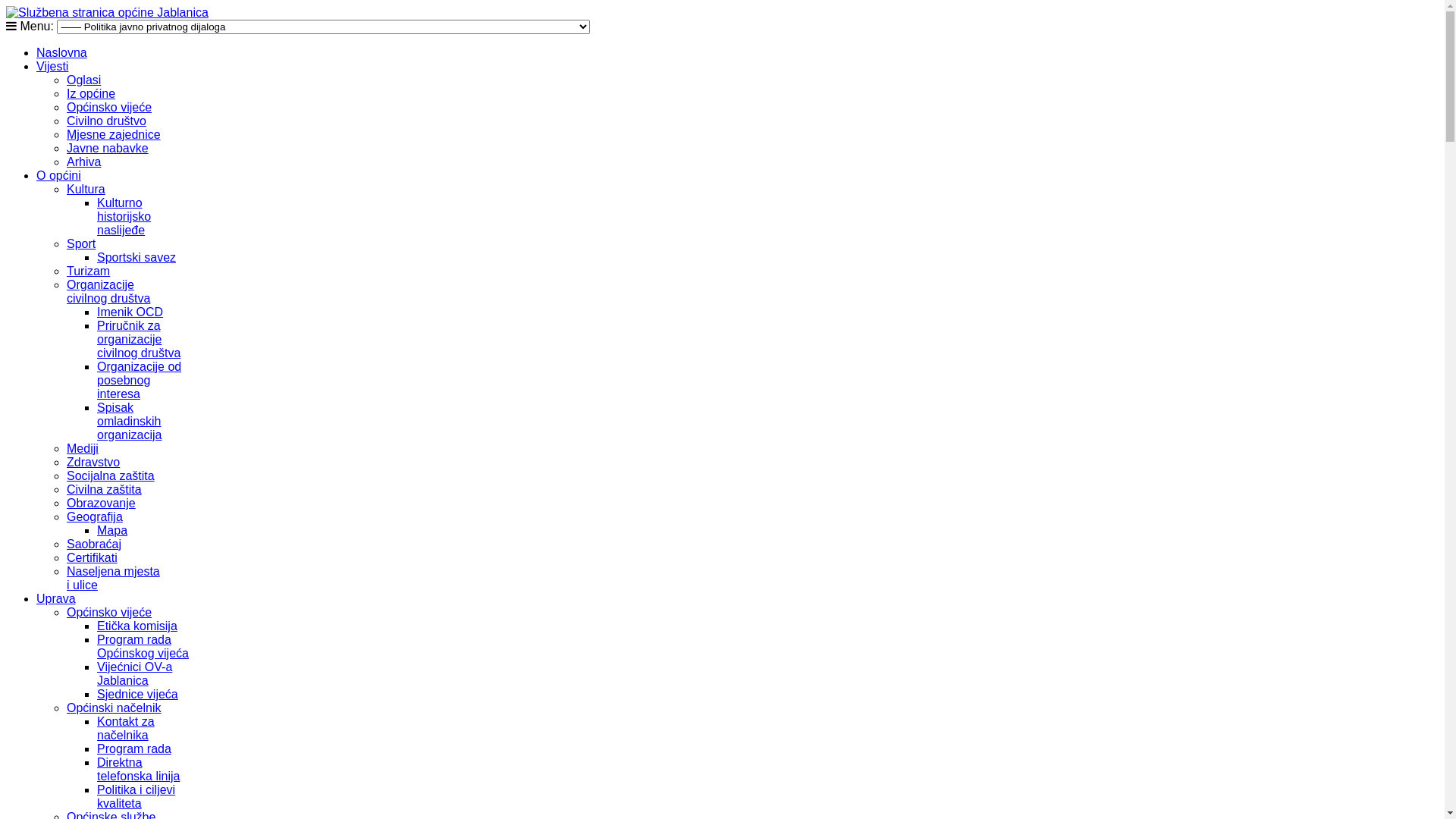 The width and height of the screenshot is (1456, 819). What do you see at coordinates (83, 80) in the screenshot?
I see `'Oglasi'` at bounding box center [83, 80].